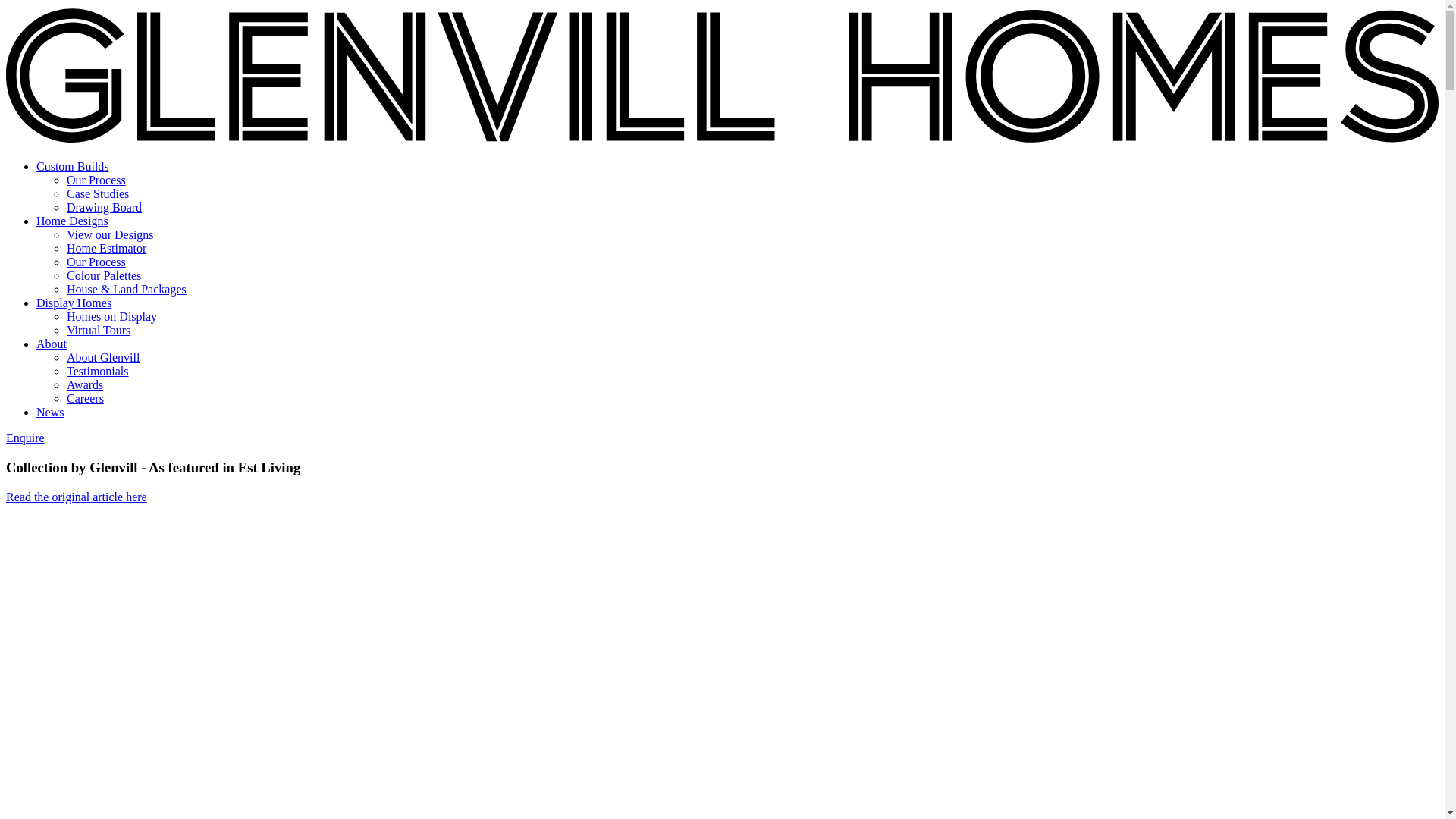 The width and height of the screenshot is (1456, 819). What do you see at coordinates (103, 275) in the screenshot?
I see `'Colour Palettes'` at bounding box center [103, 275].